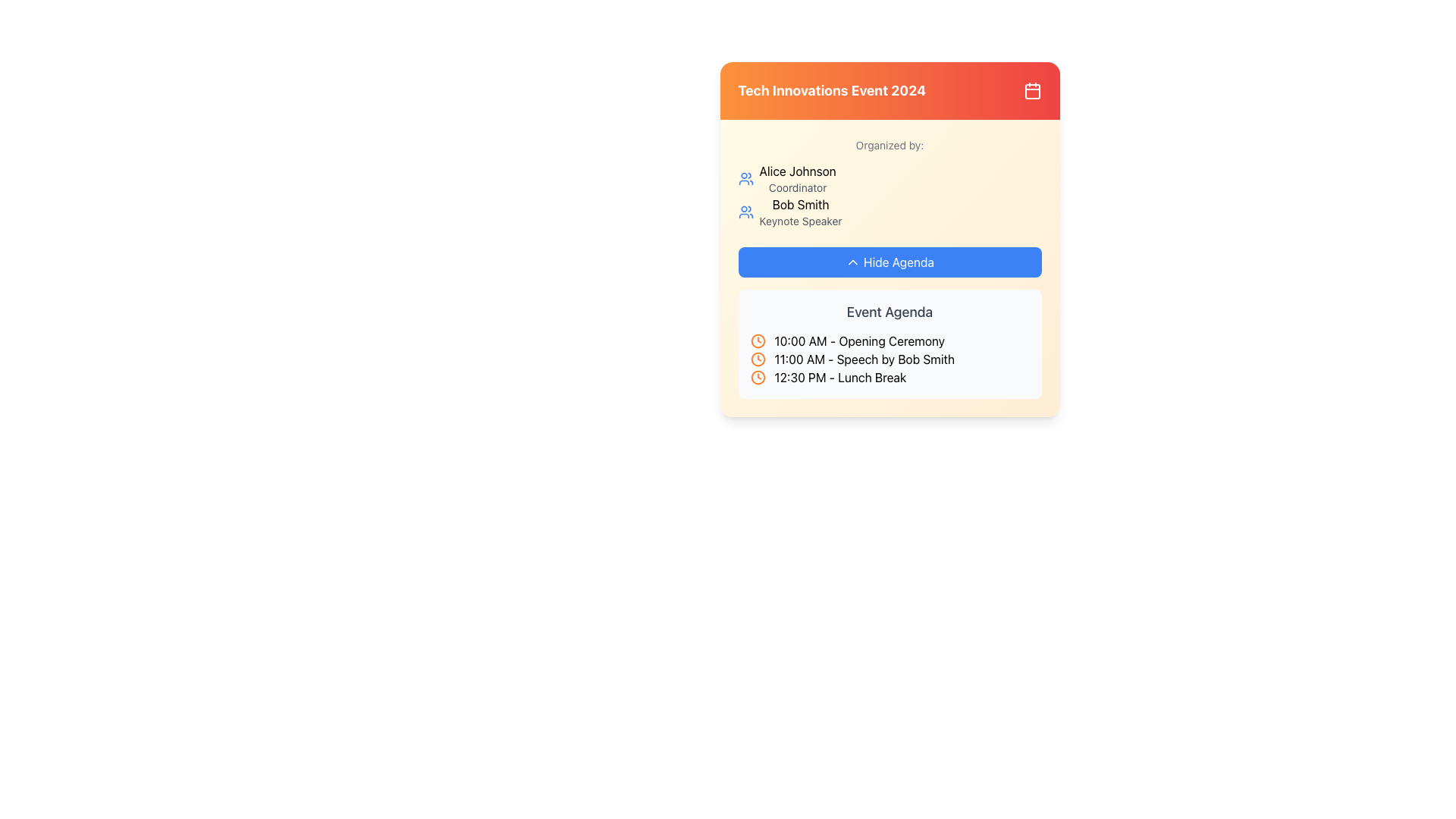 Image resolution: width=1456 pixels, height=819 pixels. What do you see at coordinates (800, 221) in the screenshot?
I see `the text label that provides additional information about 'Bob Smith', which is located directly below his name` at bounding box center [800, 221].